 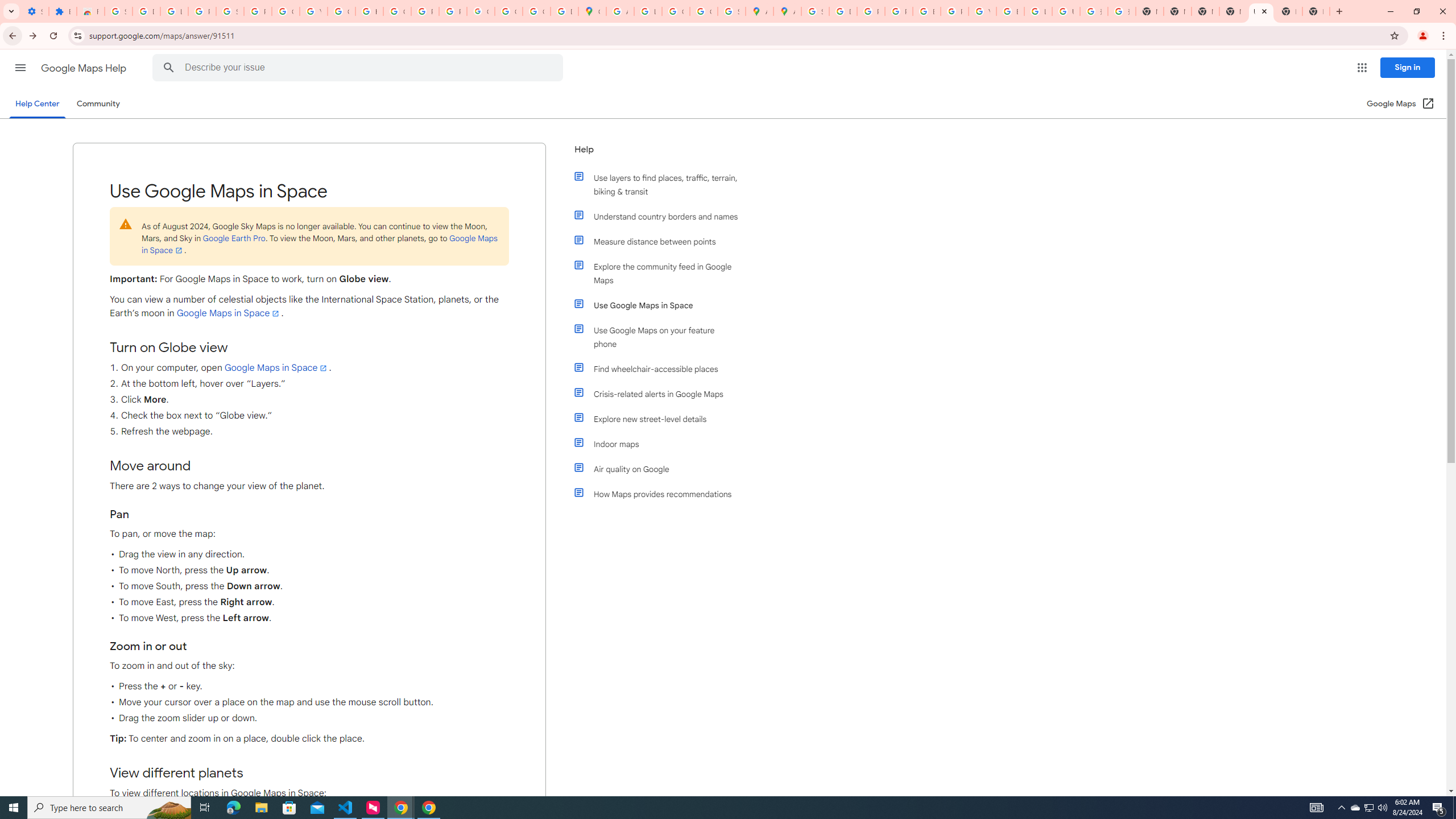 I want to click on 'Create your Google Account', so click(x=675, y=11).